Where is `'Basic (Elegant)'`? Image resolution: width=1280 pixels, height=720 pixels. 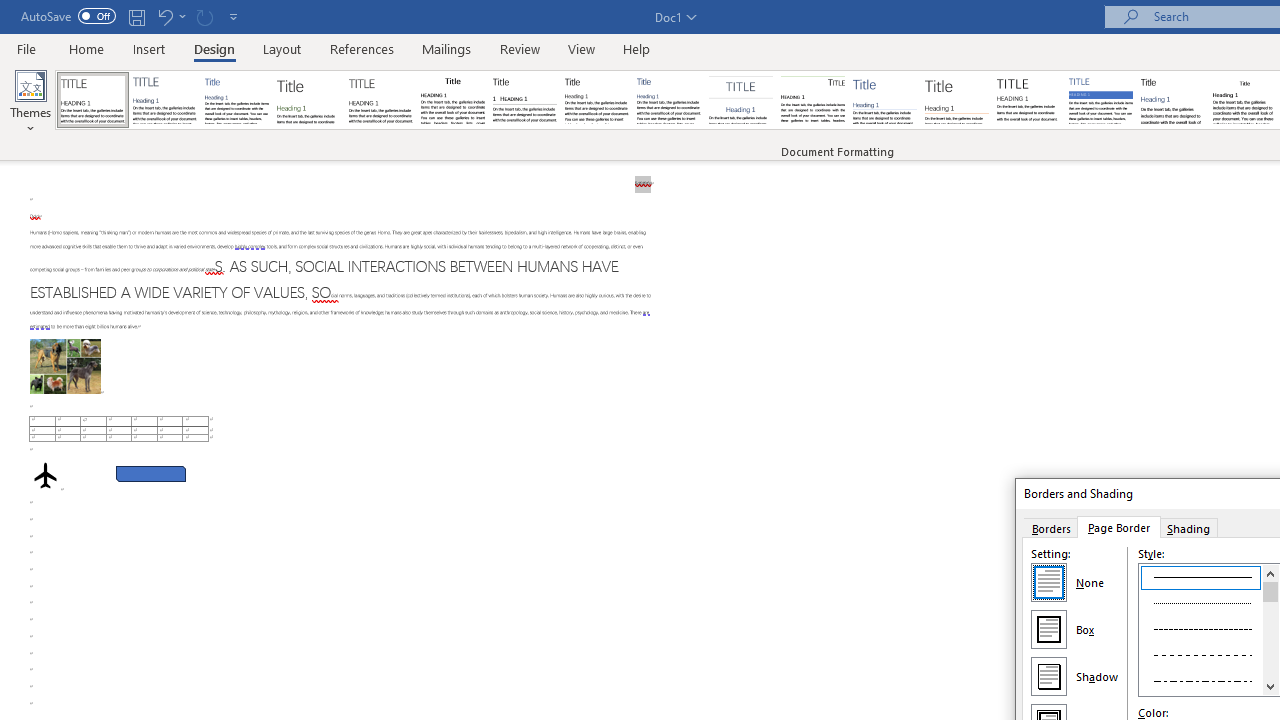 'Basic (Elegant)' is located at coordinates (165, 100).